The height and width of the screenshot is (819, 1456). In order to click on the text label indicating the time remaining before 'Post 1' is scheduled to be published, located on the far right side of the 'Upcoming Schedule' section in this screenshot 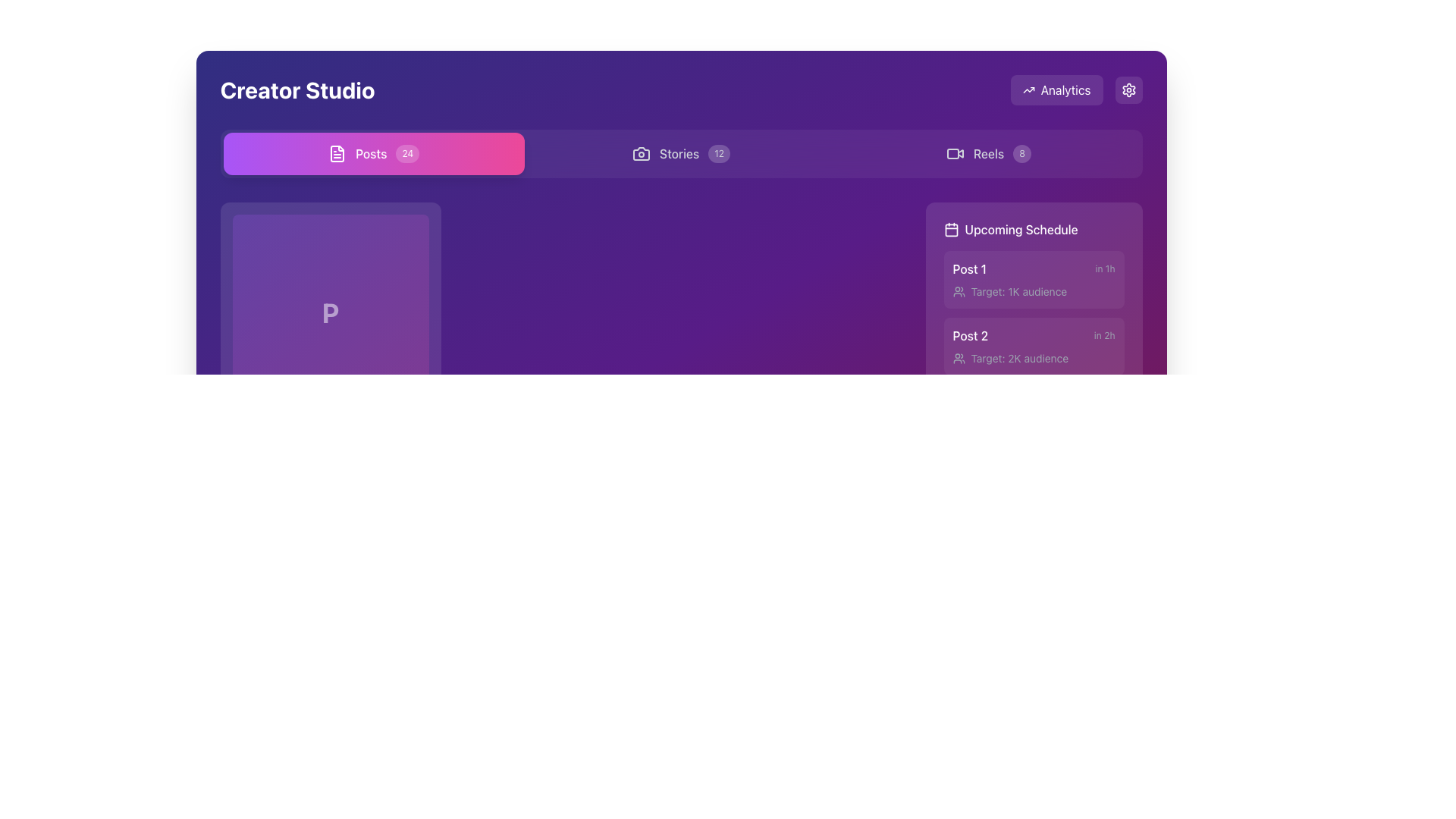, I will do `click(1105, 268)`.